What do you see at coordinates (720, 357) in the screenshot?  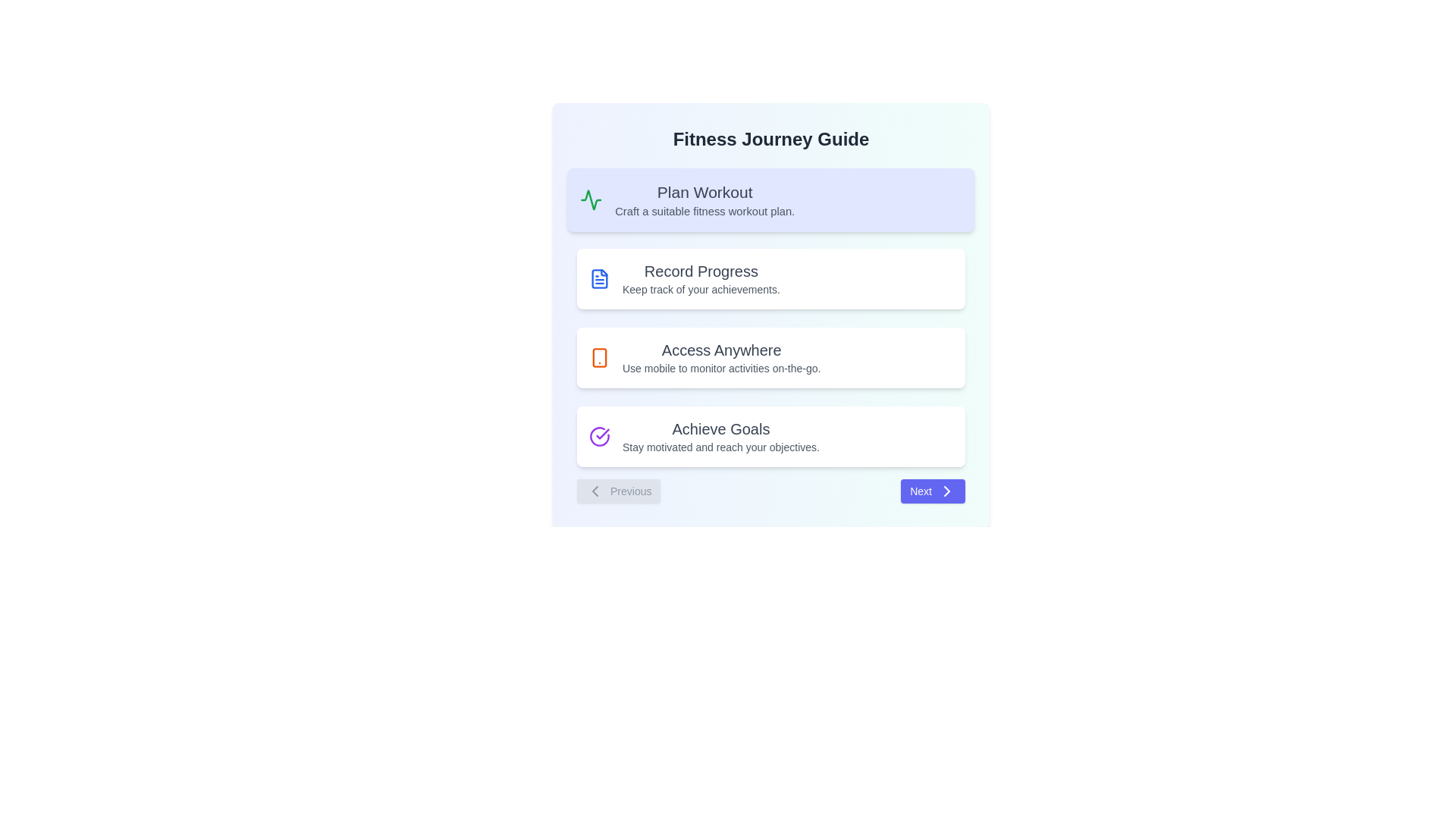 I see `the informational text block that communicates the feature of mobile accessibility for monitoring activities on the go, which is centrally positioned between the 'Record Progress' and 'Achieve Goals' blocks` at bounding box center [720, 357].